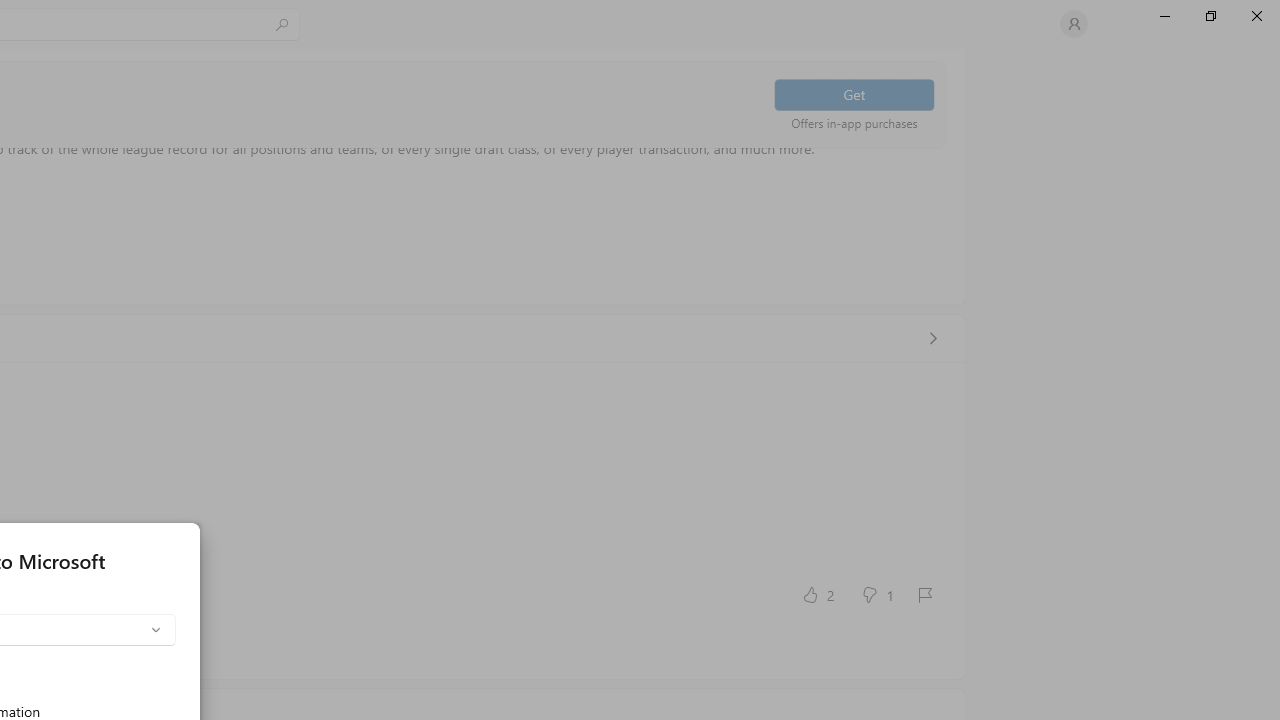  I want to click on 'Minimize Microsoft Store', so click(1164, 15).